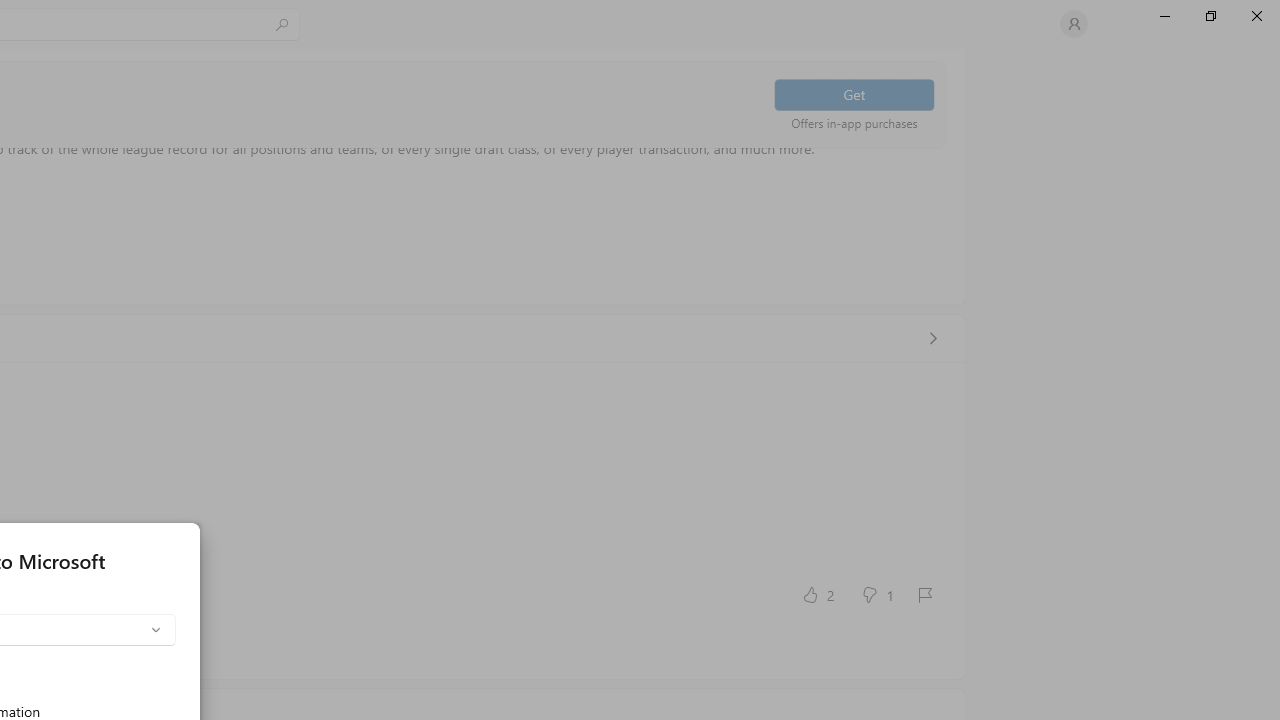  I want to click on 'Minimize Microsoft Store', so click(1164, 15).